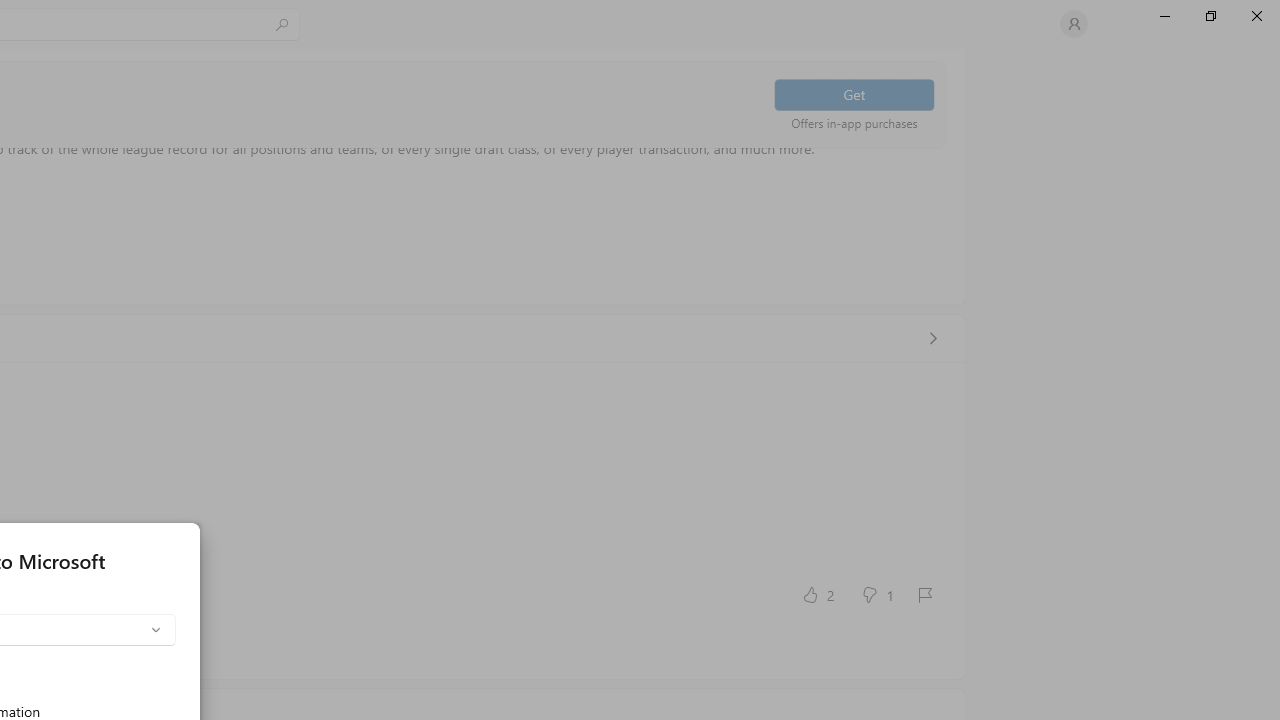  I want to click on 'Minimize Microsoft Store', so click(1164, 15).